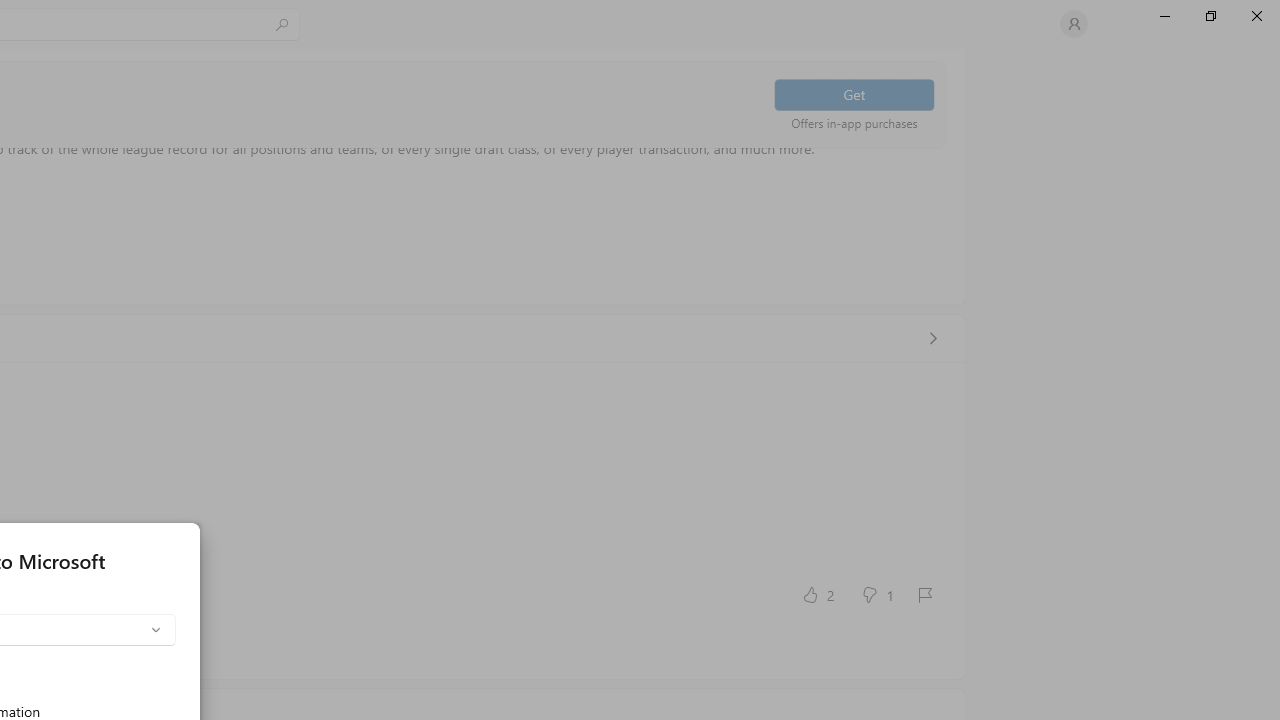  I want to click on 'Minimize Microsoft Store', so click(1164, 15).